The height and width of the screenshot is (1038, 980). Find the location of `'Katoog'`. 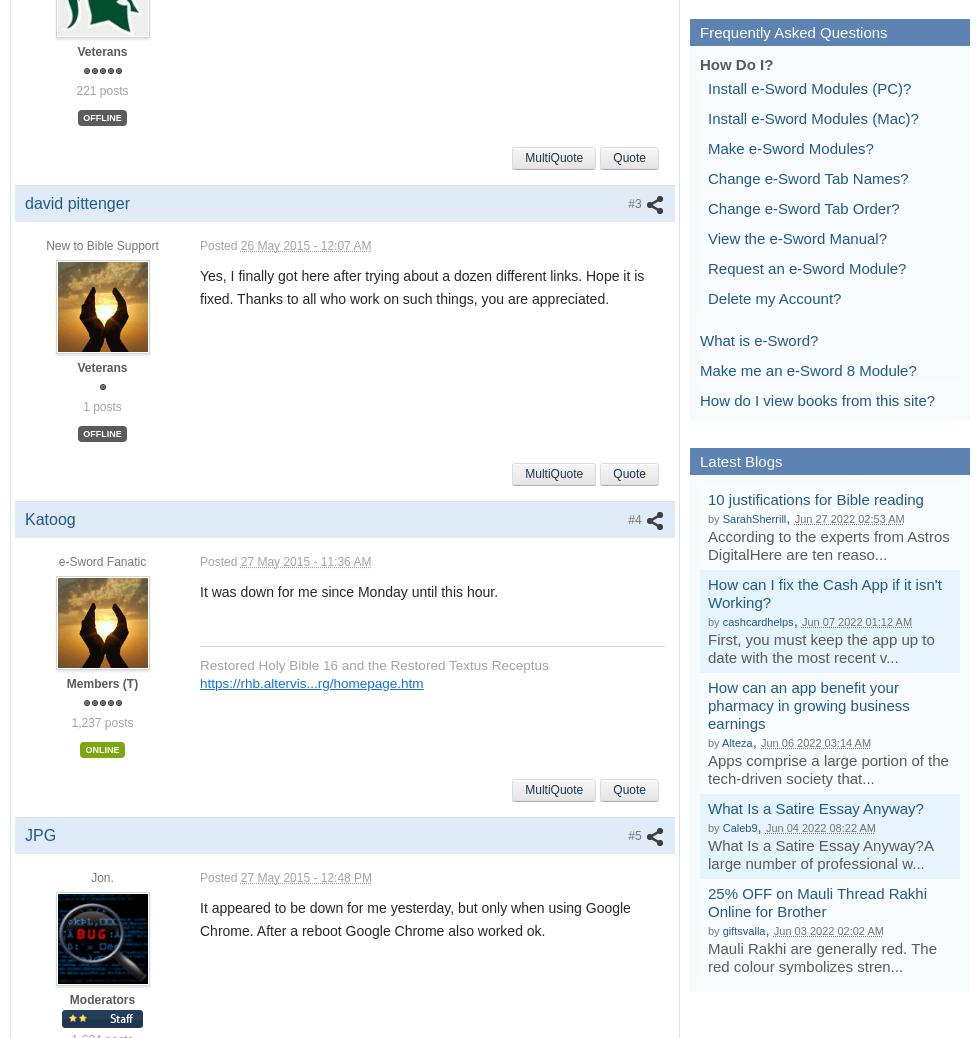

'Katoog' is located at coordinates (49, 519).